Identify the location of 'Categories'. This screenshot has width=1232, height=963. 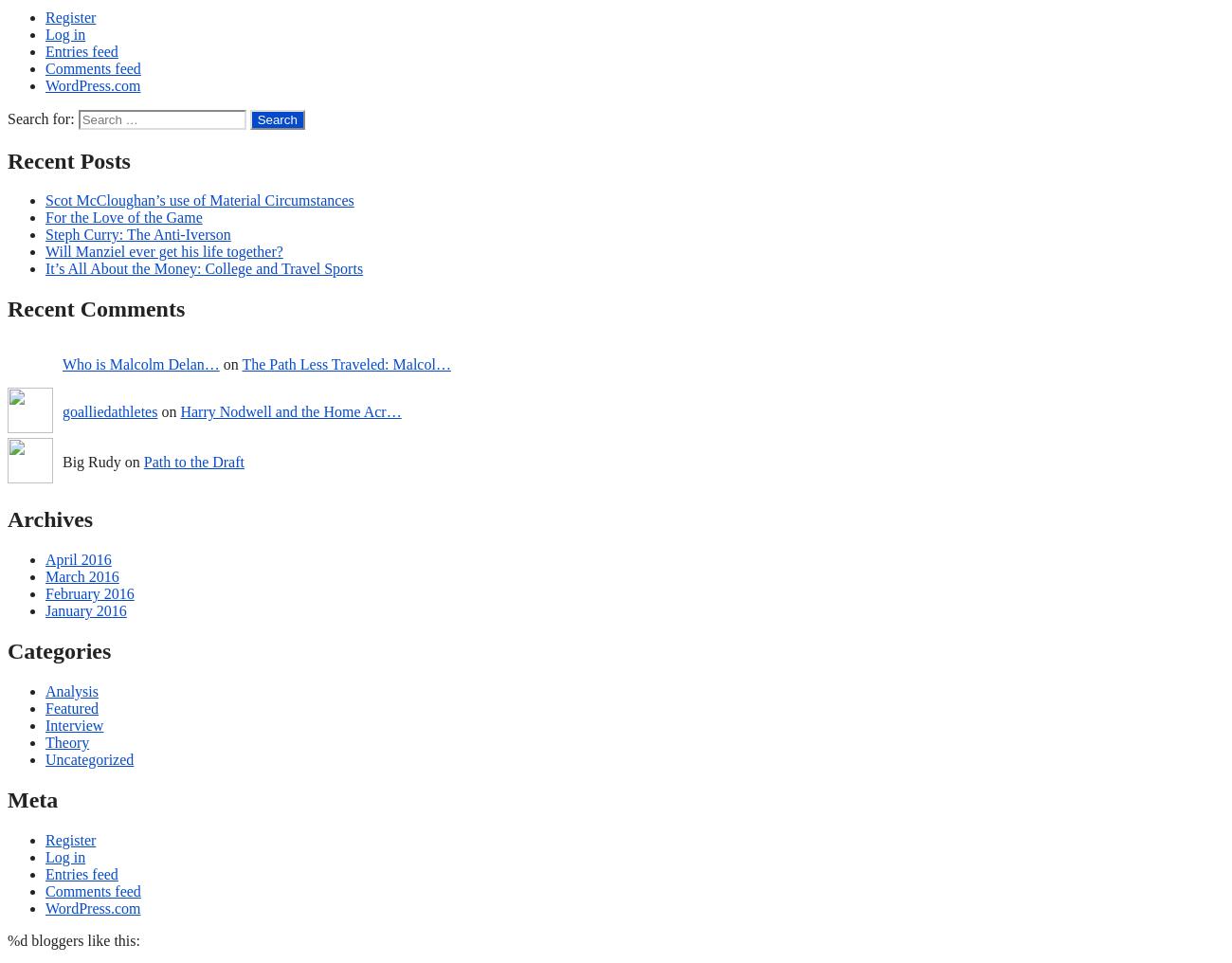
(7, 649).